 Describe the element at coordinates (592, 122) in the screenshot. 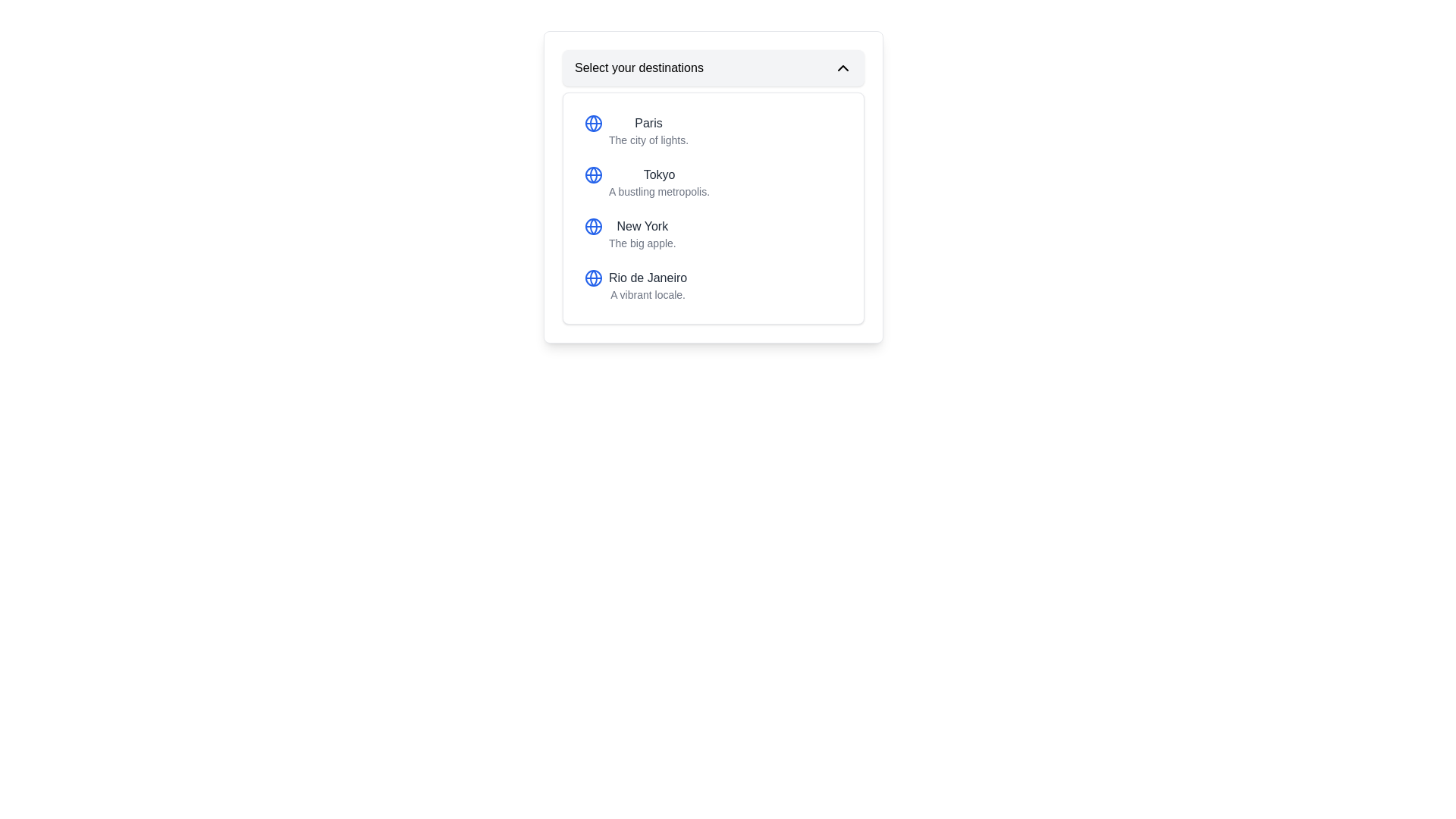

I see `the blue globe icon represented by the SVG Circle next to the text 'Paris - The city of lights' in the dropdown menu` at that location.